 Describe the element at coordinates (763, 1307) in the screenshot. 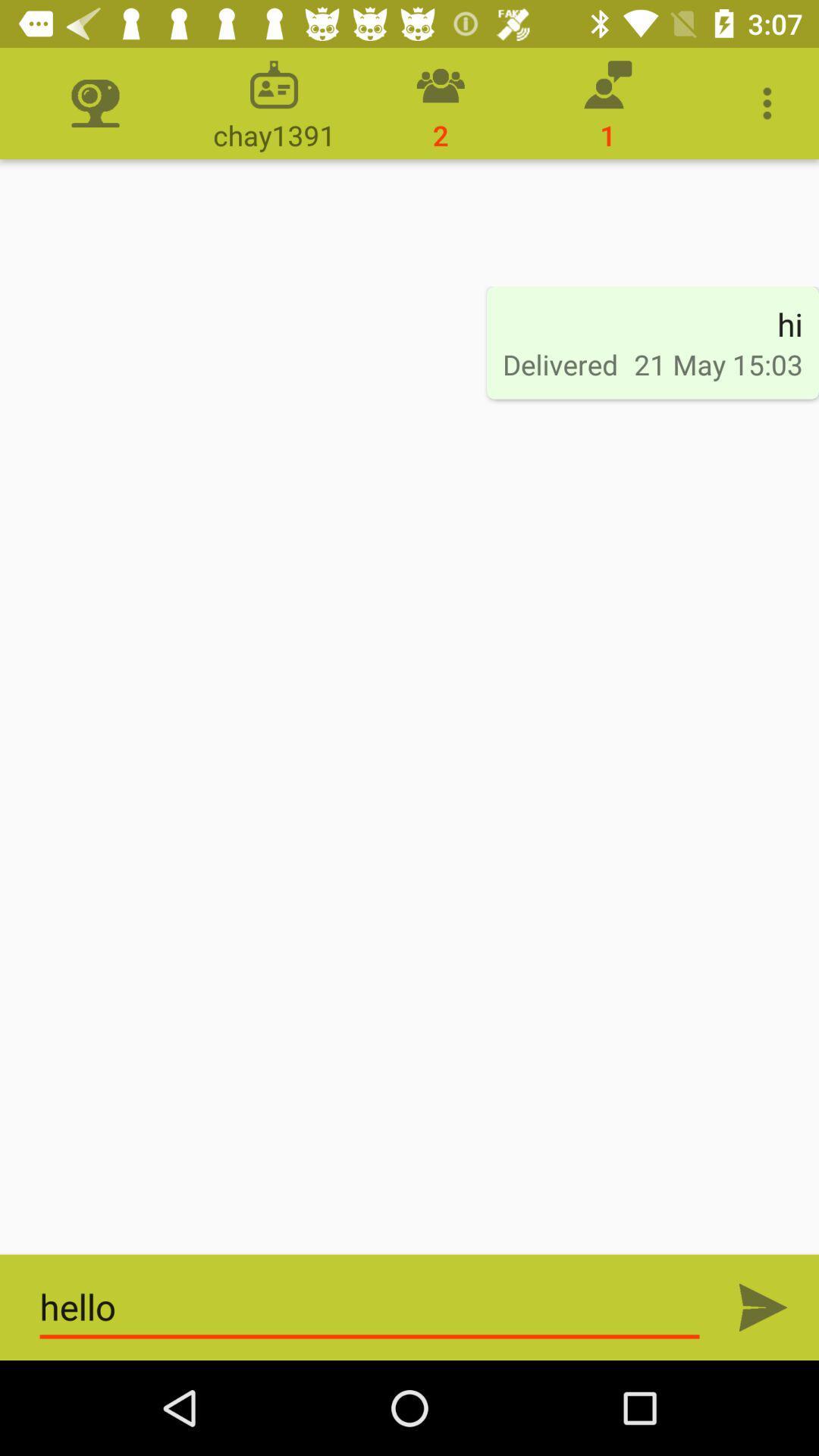

I see `send message` at that location.